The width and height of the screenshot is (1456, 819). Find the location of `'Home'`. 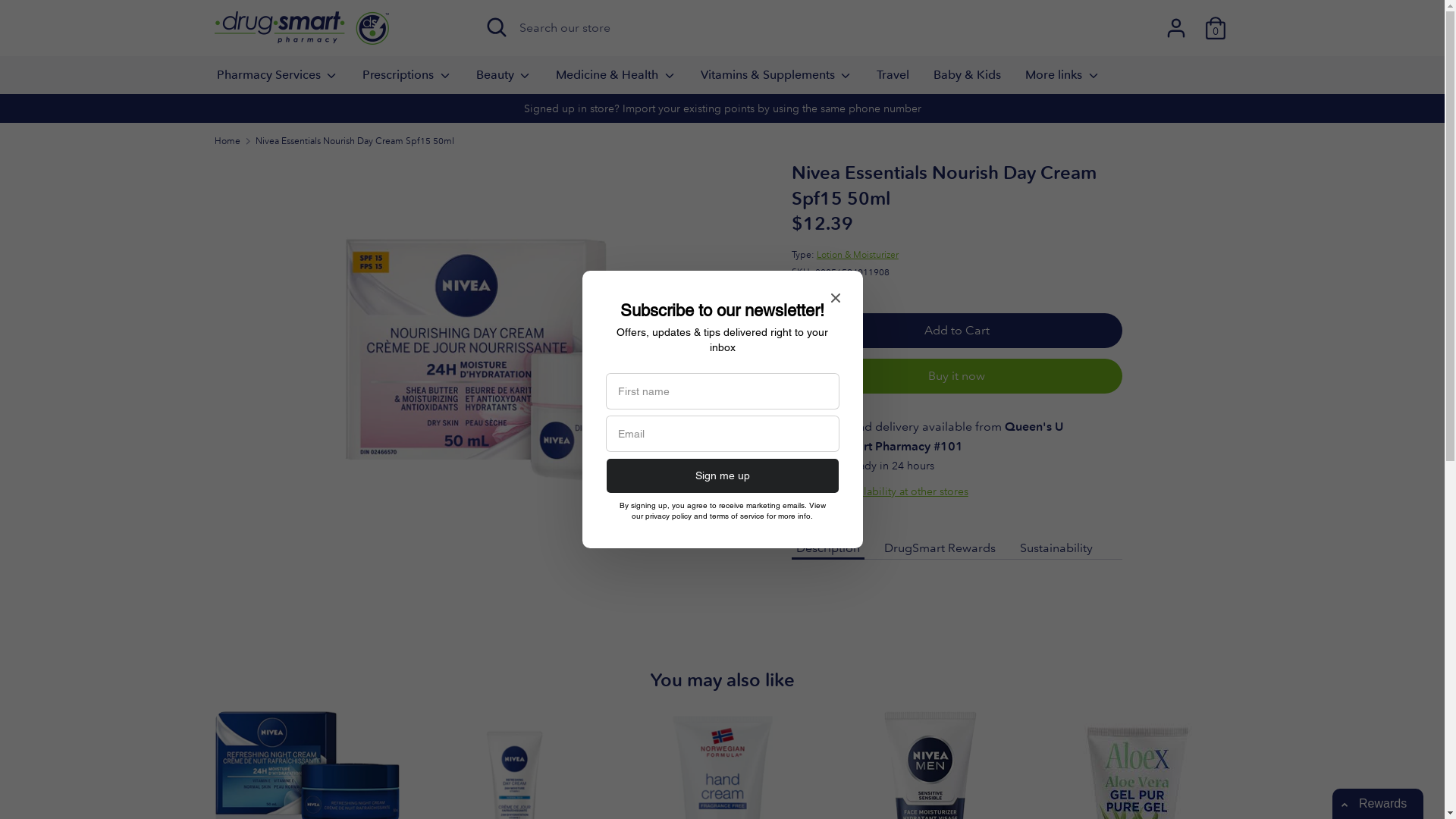

'Home' is located at coordinates (225, 140).